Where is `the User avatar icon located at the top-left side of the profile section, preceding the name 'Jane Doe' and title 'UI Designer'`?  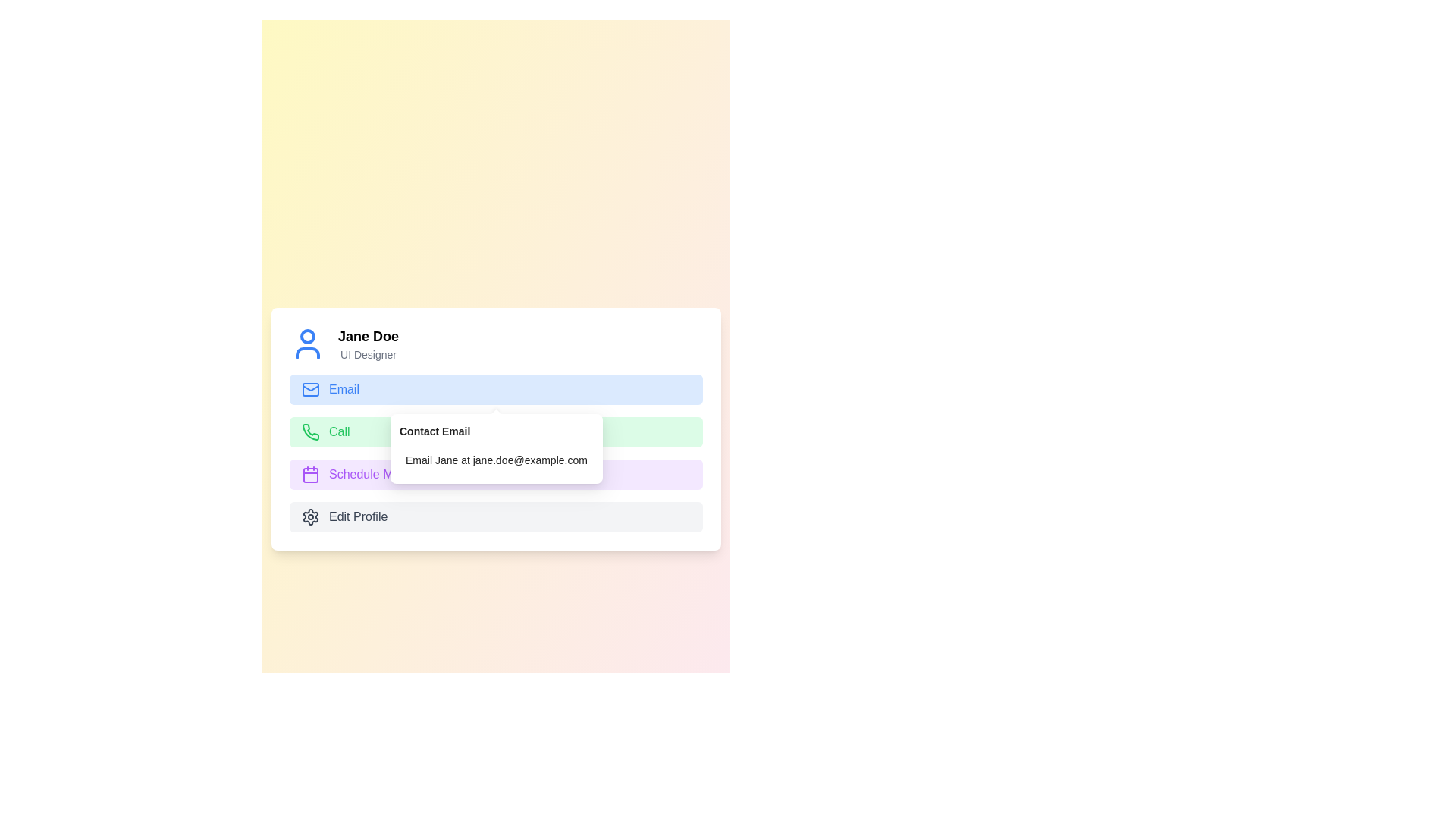 the User avatar icon located at the top-left side of the profile section, preceding the name 'Jane Doe' and title 'UI Designer' is located at coordinates (306, 344).